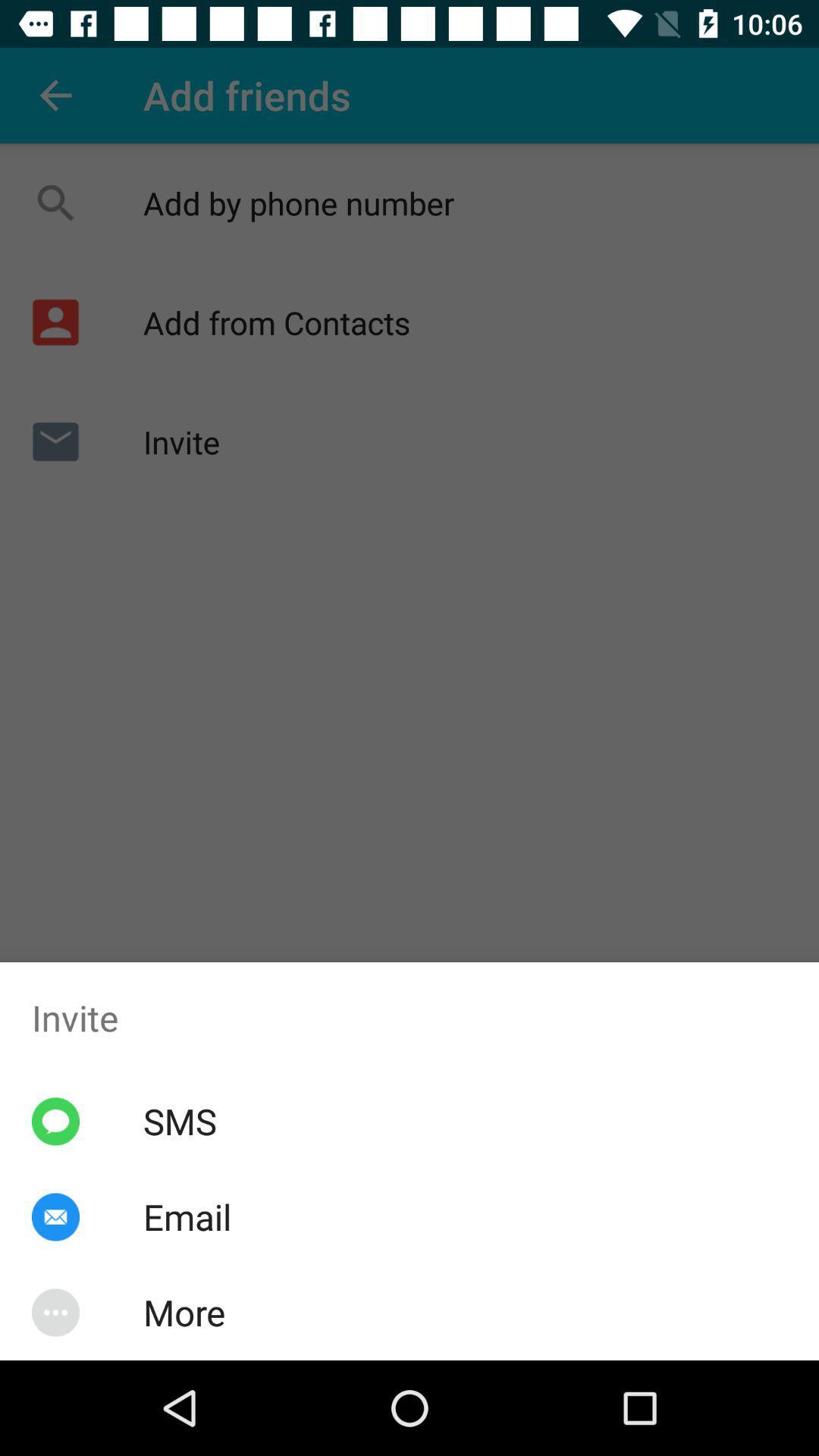  What do you see at coordinates (409, 679) in the screenshot?
I see `the item at the center` at bounding box center [409, 679].